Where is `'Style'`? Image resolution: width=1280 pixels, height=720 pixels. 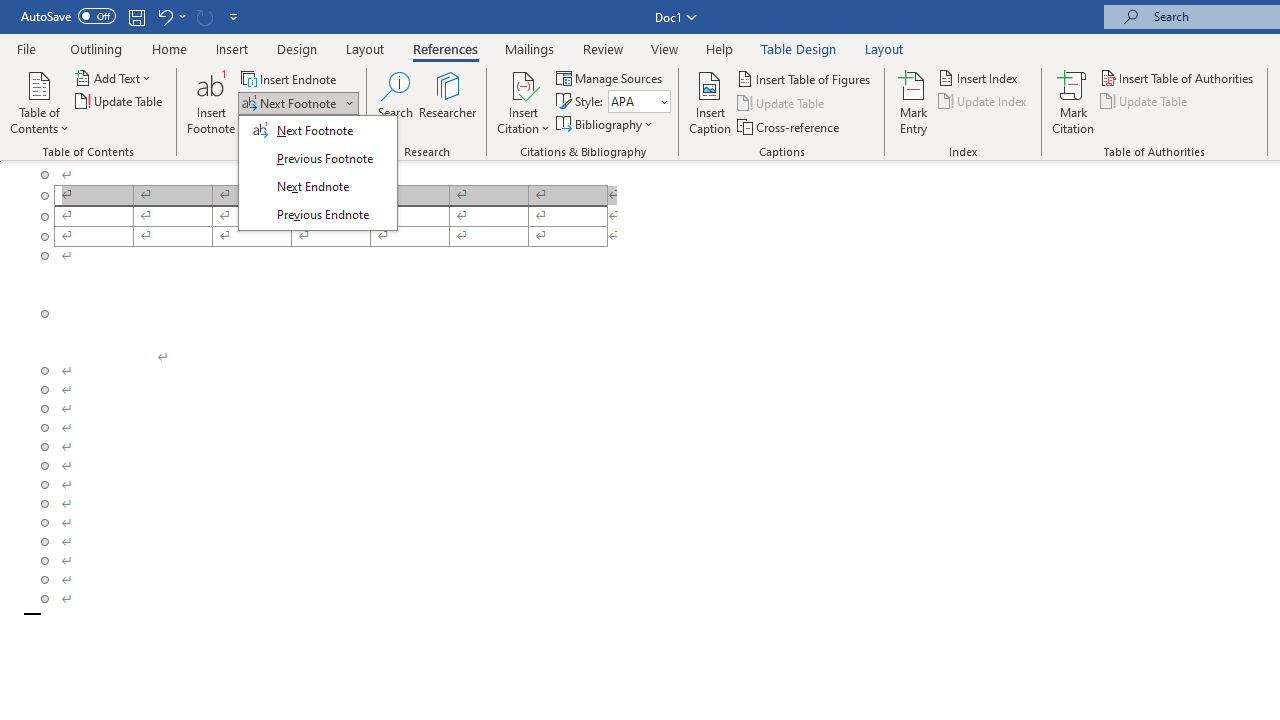
'Style' is located at coordinates (631, 101).